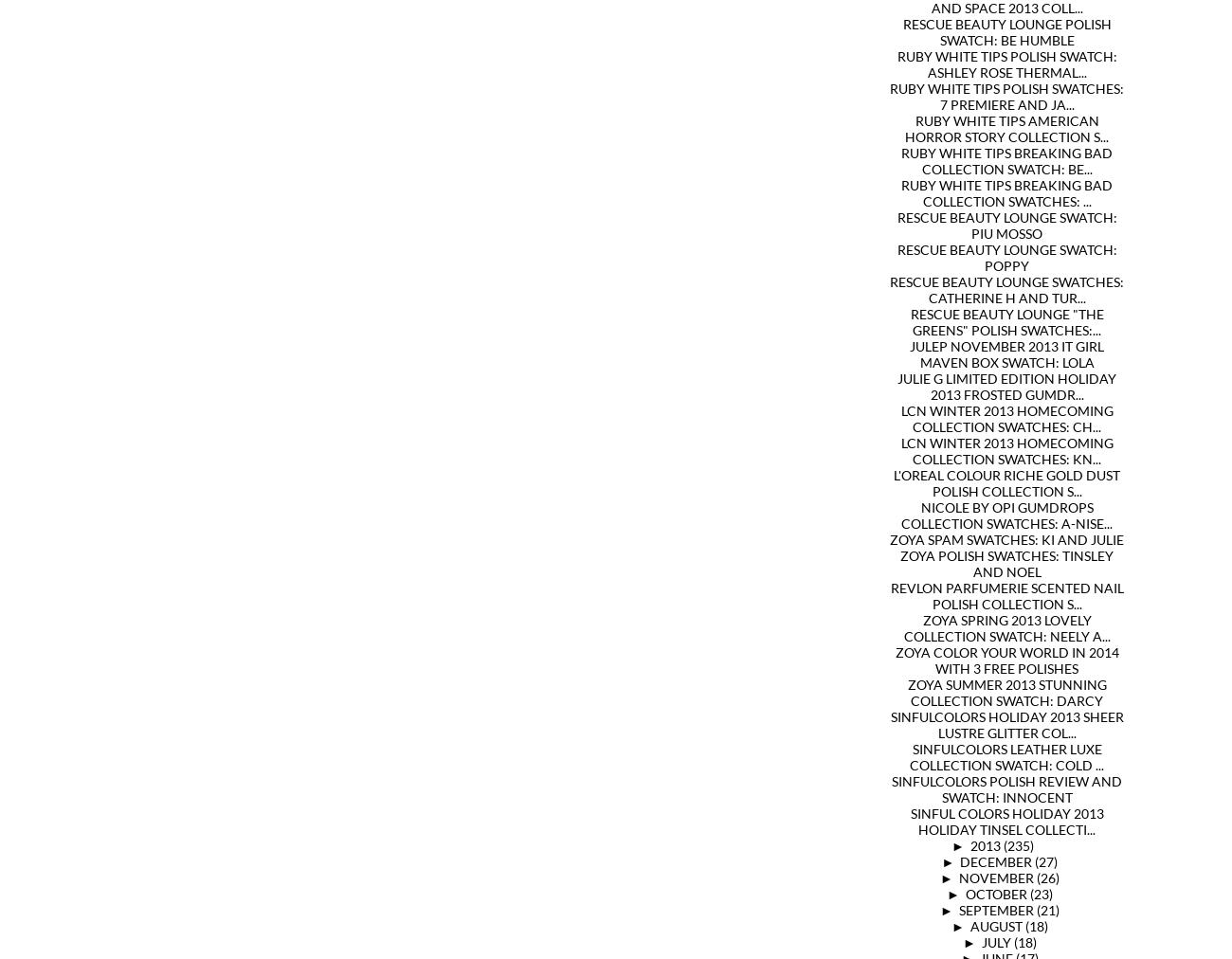  Describe the element at coordinates (996, 910) in the screenshot. I see `'September'` at that location.